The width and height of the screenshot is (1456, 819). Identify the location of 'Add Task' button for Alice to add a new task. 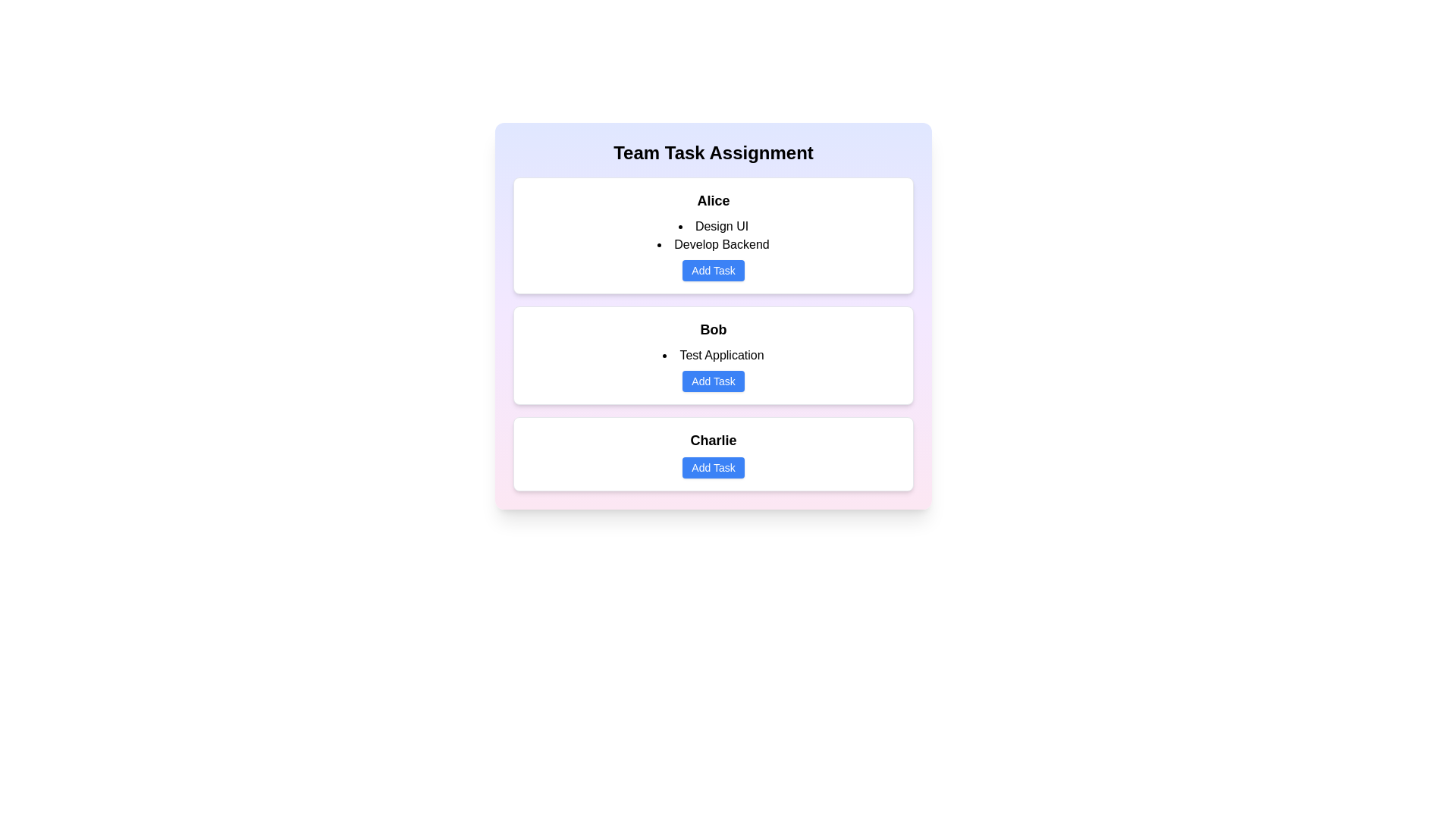
(712, 270).